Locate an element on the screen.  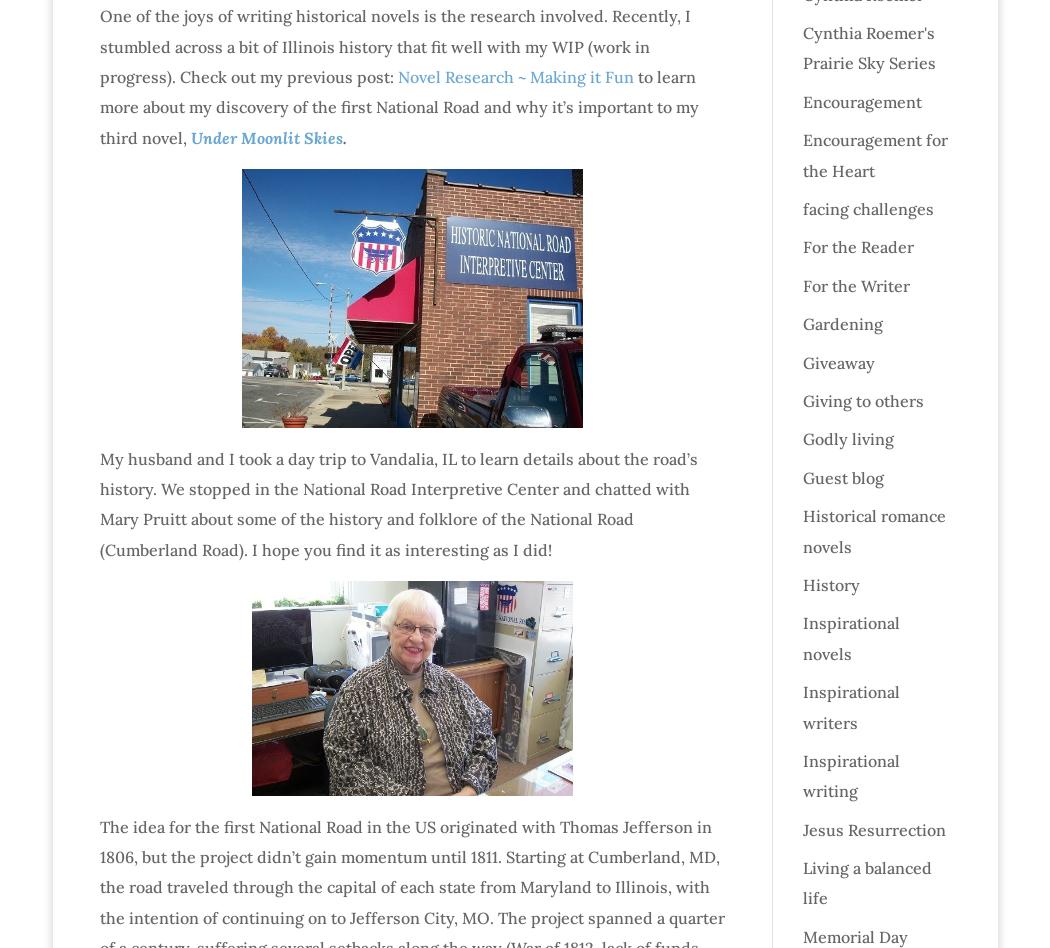
'History' is located at coordinates (830, 583).